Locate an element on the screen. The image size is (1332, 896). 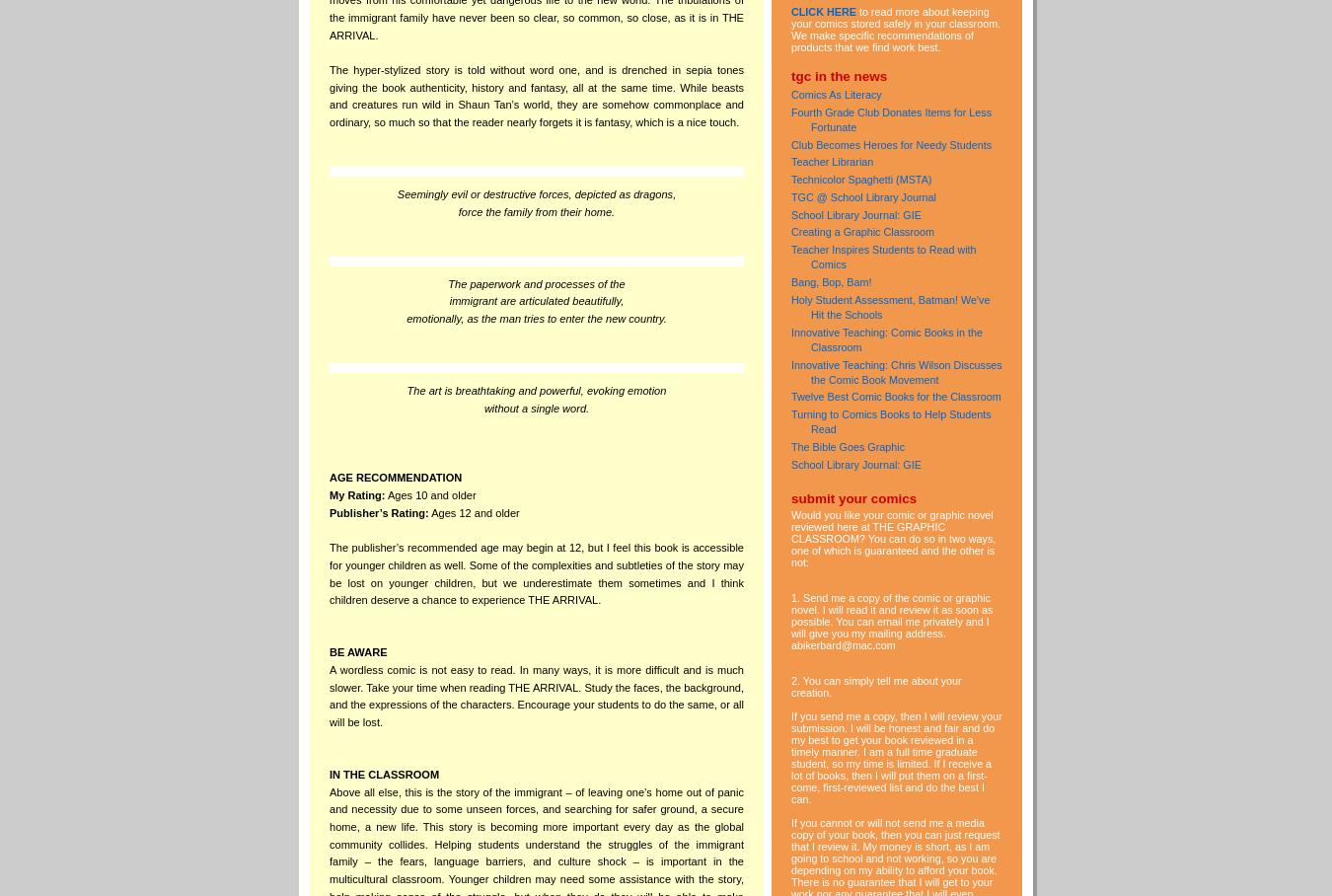
'Publisher’s Rating:' is located at coordinates (378, 512).